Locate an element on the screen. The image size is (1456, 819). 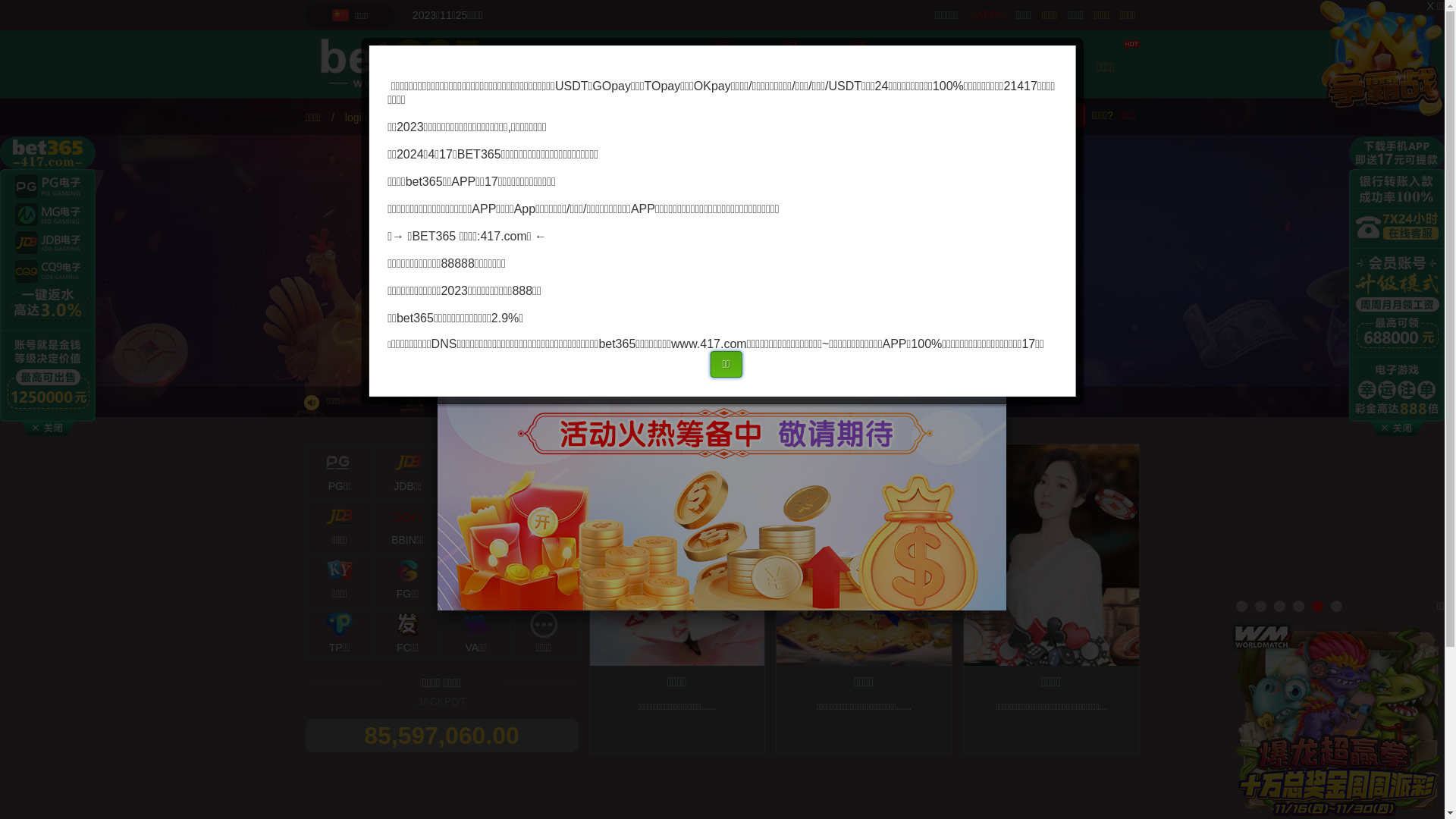
'Close' is located at coordinates (1006, 208).